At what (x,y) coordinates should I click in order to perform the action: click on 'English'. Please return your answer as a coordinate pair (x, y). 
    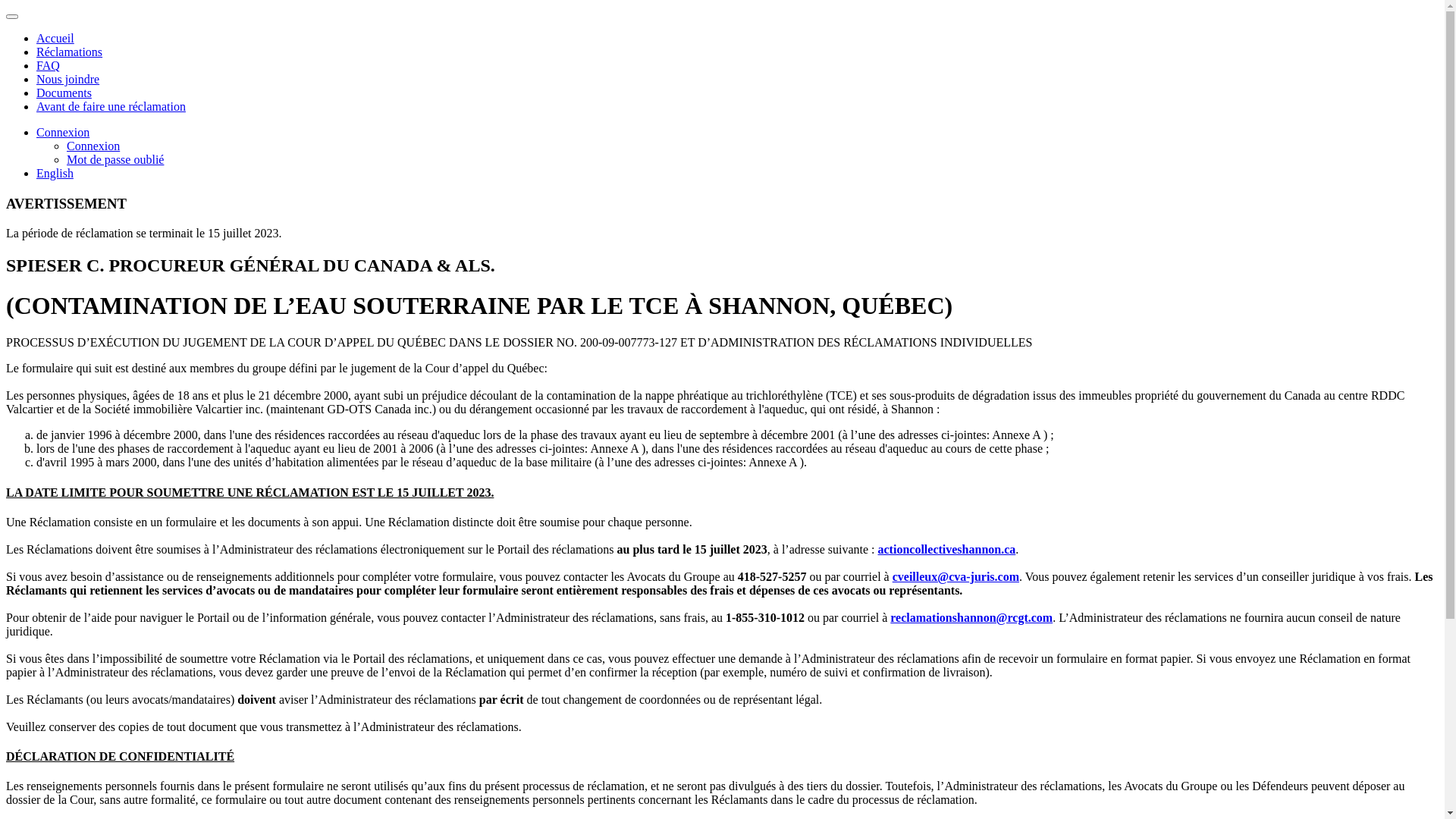
    Looking at the image, I should click on (36, 172).